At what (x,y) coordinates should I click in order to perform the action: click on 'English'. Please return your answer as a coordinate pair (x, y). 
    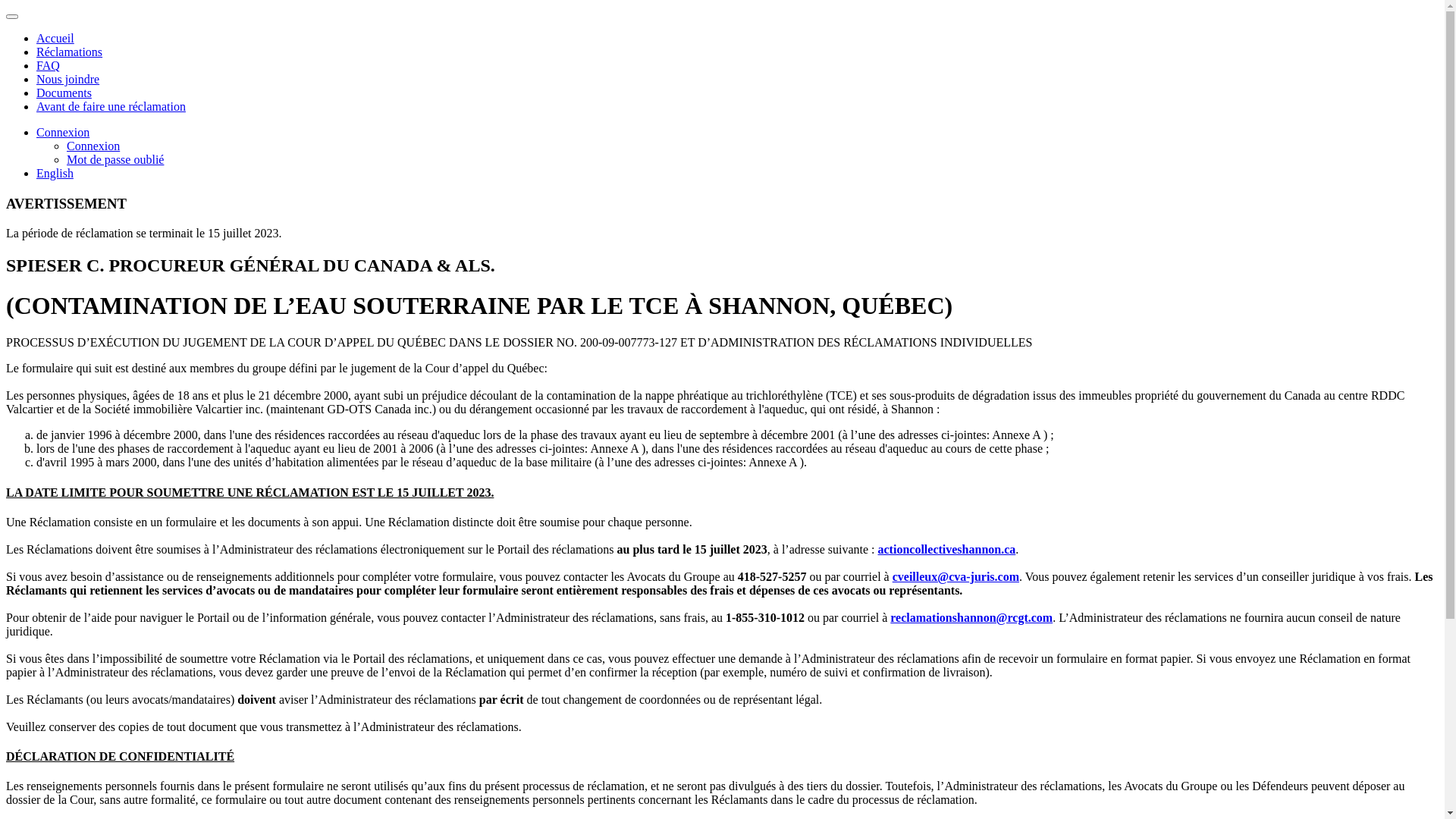
    Looking at the image, I should click on (36, 172).